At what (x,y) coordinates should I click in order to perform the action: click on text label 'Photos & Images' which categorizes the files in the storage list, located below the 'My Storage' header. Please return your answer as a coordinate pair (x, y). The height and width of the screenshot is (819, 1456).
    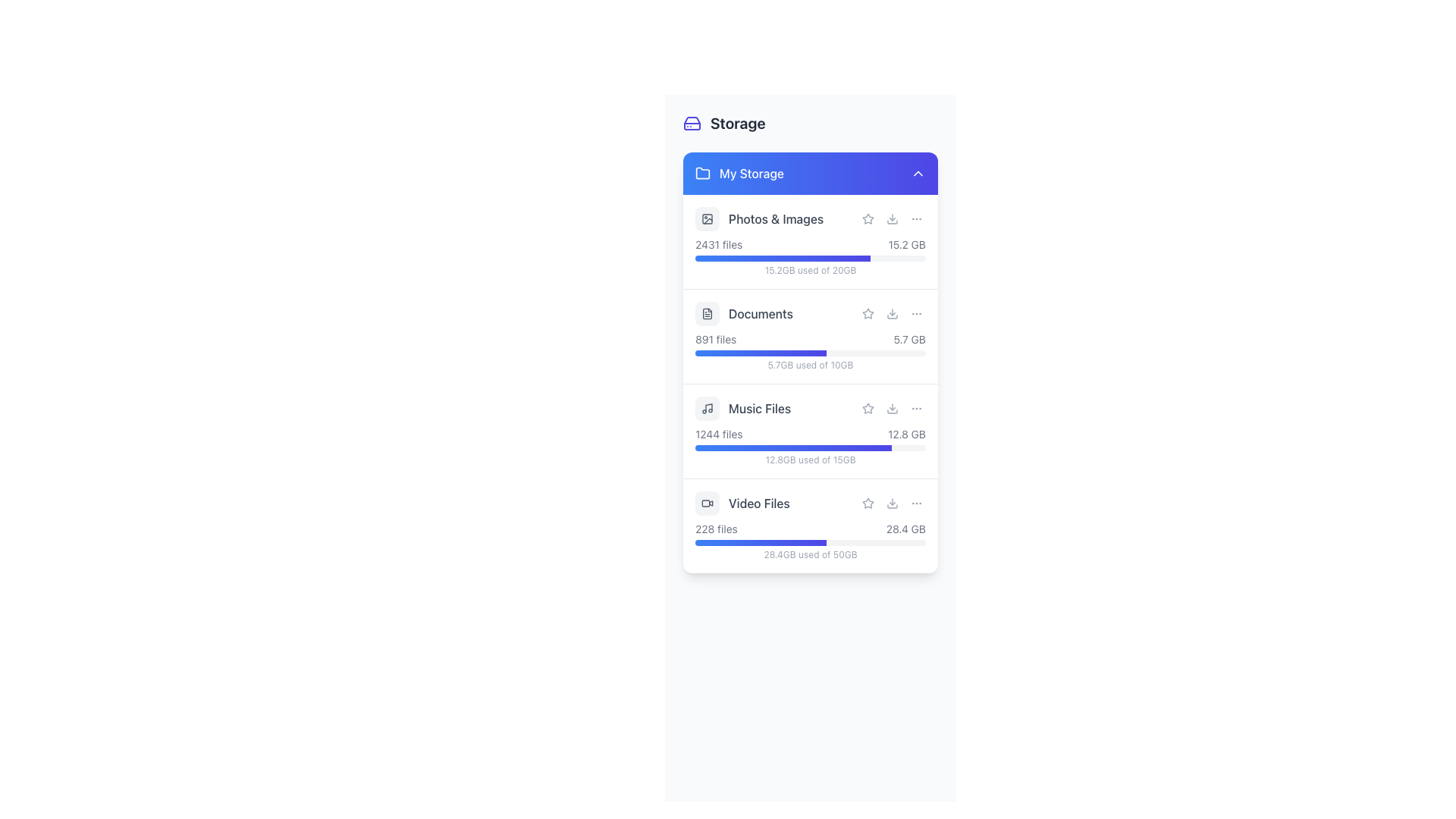
    Looking at the image, I should click on (776, 219).